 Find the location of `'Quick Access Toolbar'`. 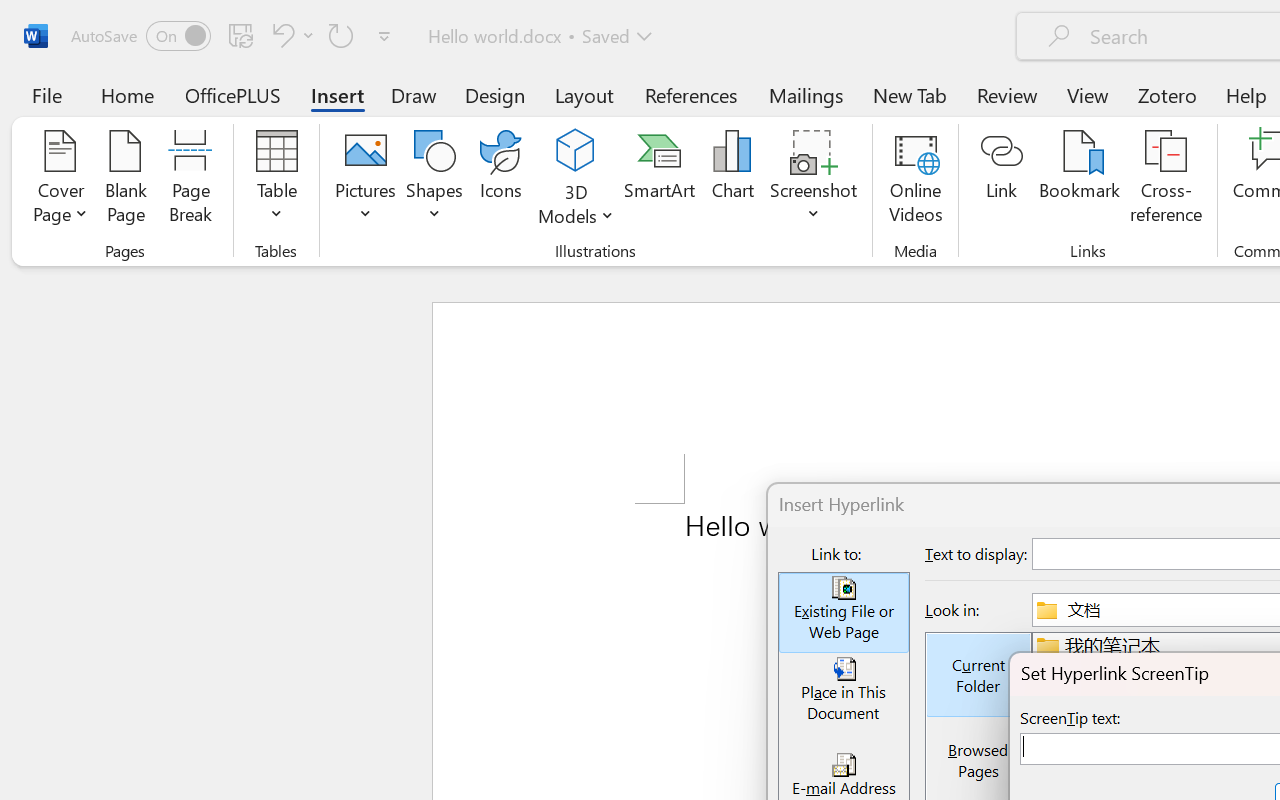

'Quick Access Toolbar' is located at coordinates (234, 35).